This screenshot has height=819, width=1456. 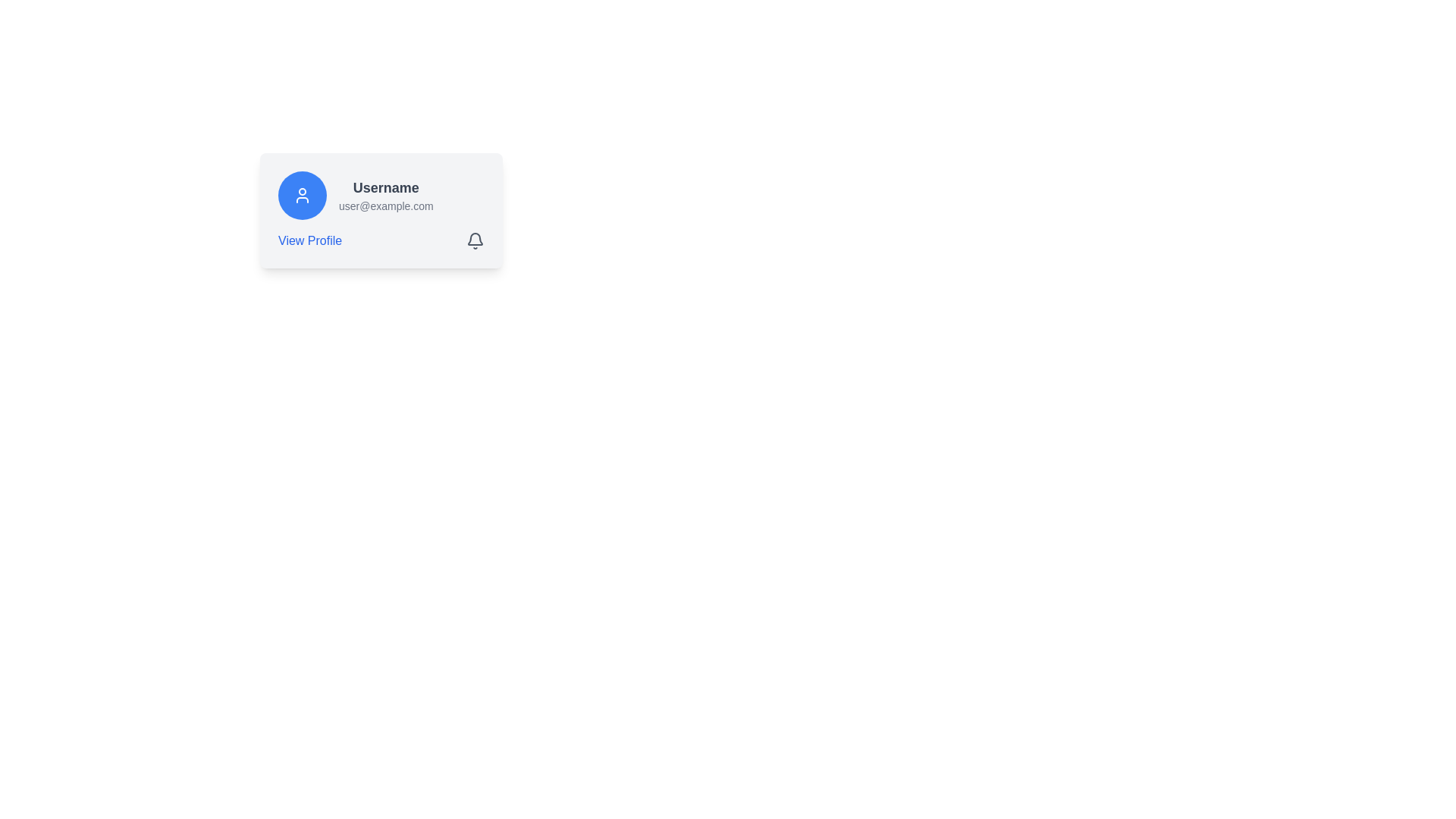 I want to click on the text link labeled 'View Profile', so click(x=309, y=240).